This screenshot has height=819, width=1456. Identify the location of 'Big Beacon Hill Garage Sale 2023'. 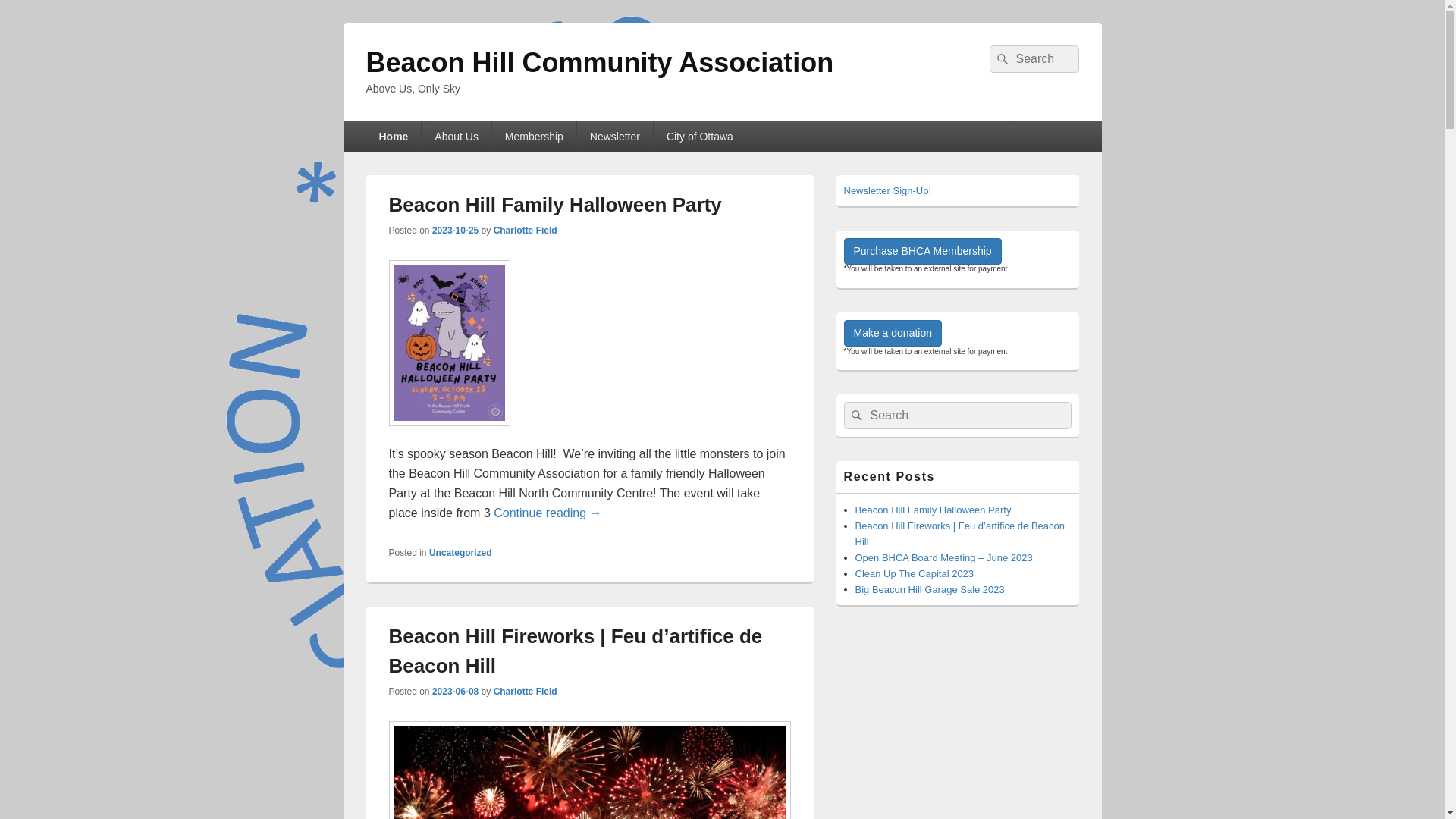
(929, 588).